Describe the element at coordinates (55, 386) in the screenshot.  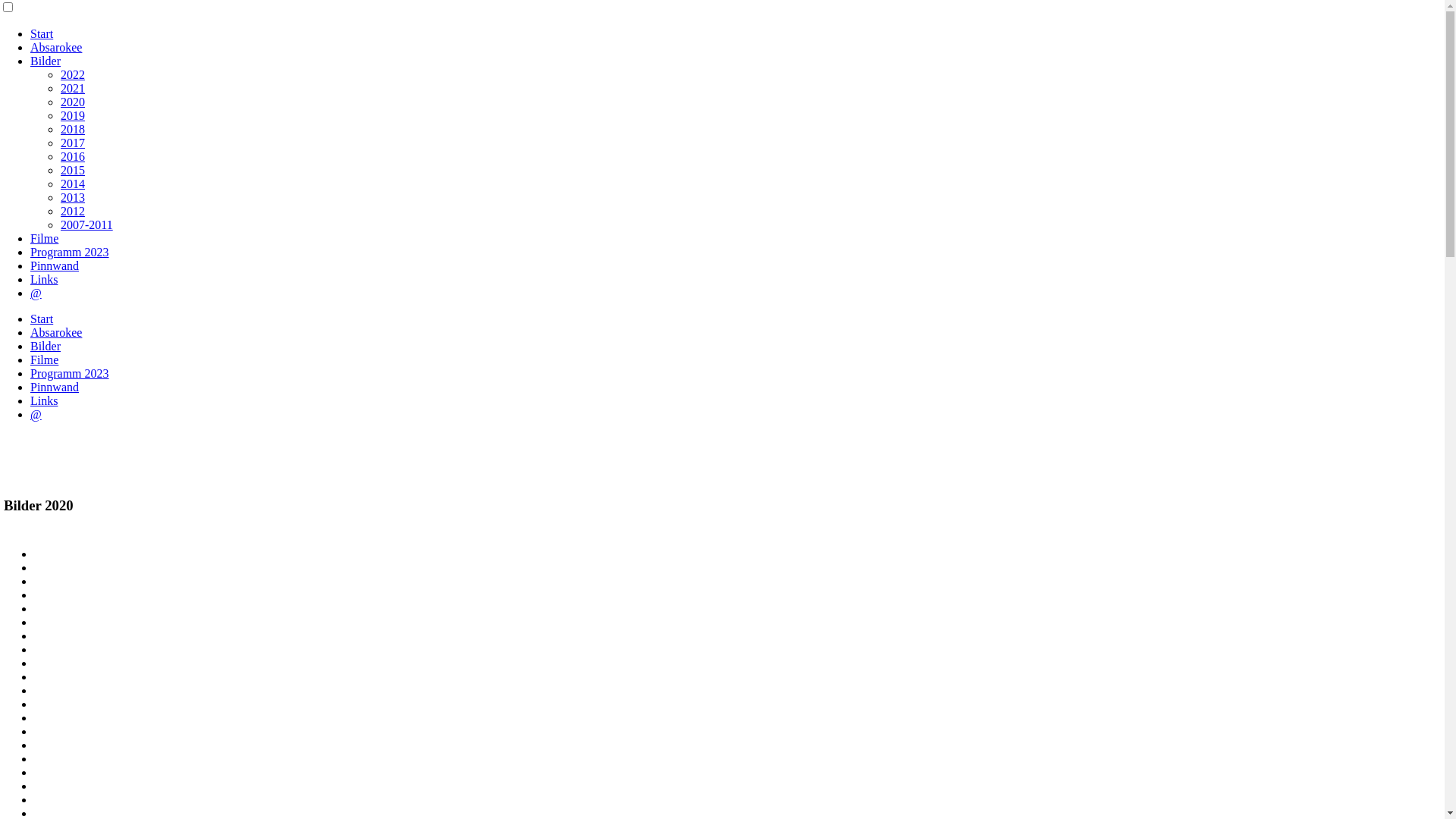
I see `'Pinnwand'` at that location.